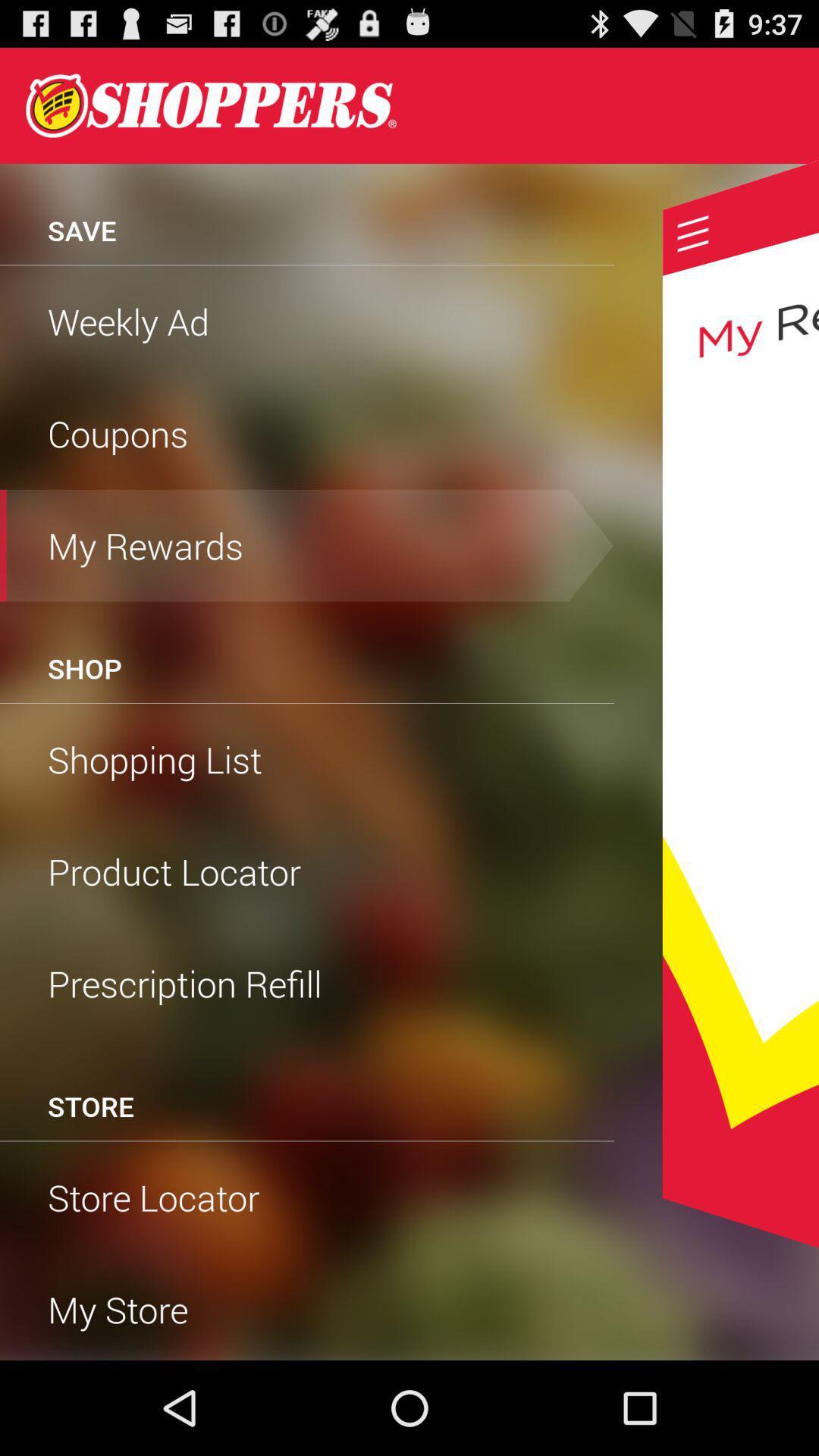 The height and width of the screenshot is (1456, 819). What do you see at coordinates (693, 232) in the screenshot?
I see `menu bar` at bounding box center [693, 232].